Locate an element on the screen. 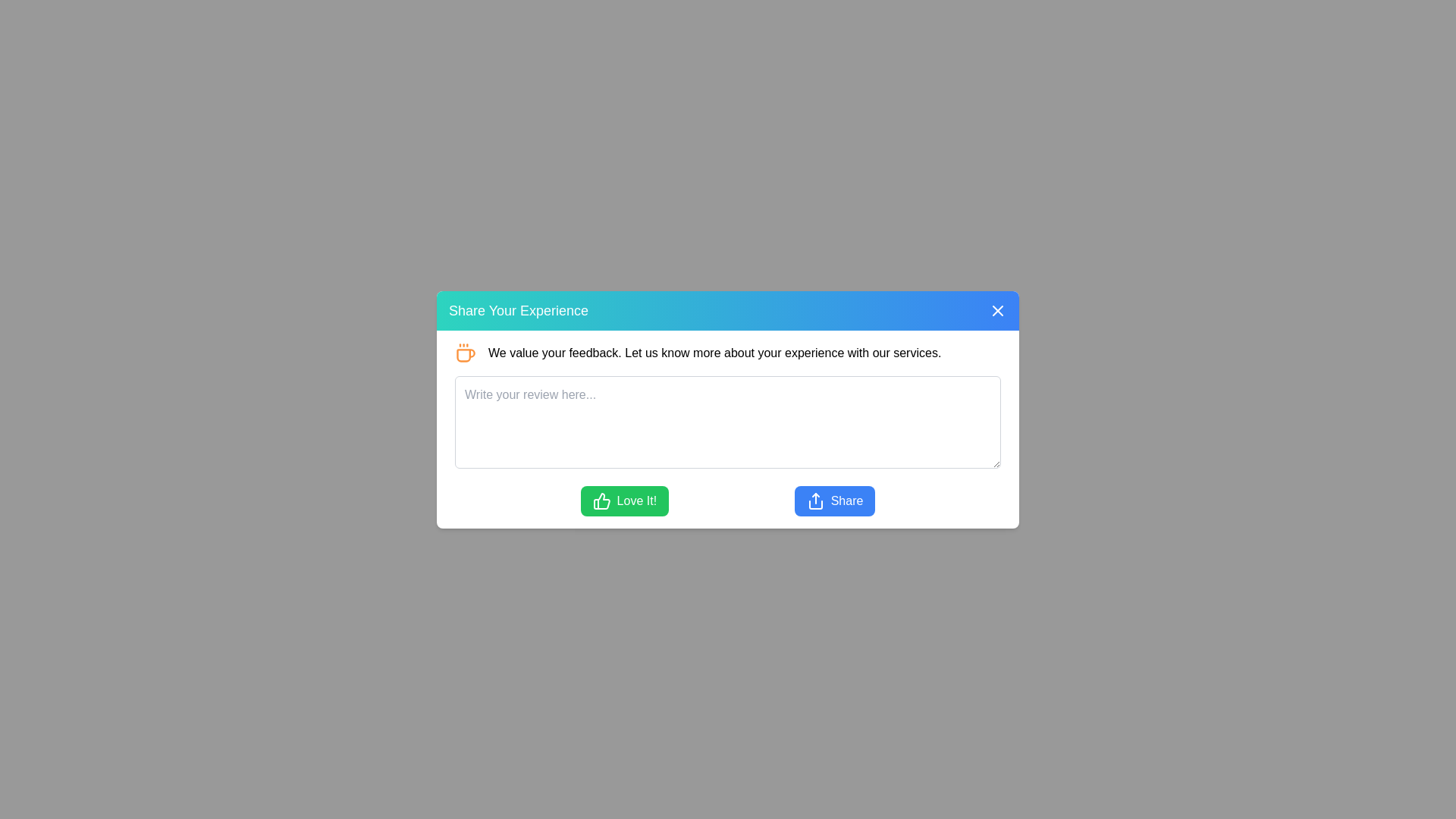 This screenshot has width=1456, height=819. the text label embedded within the button UI component located at the rightmost button group in the feedback modal to initiate the share action is located at coordinates (846, 500).